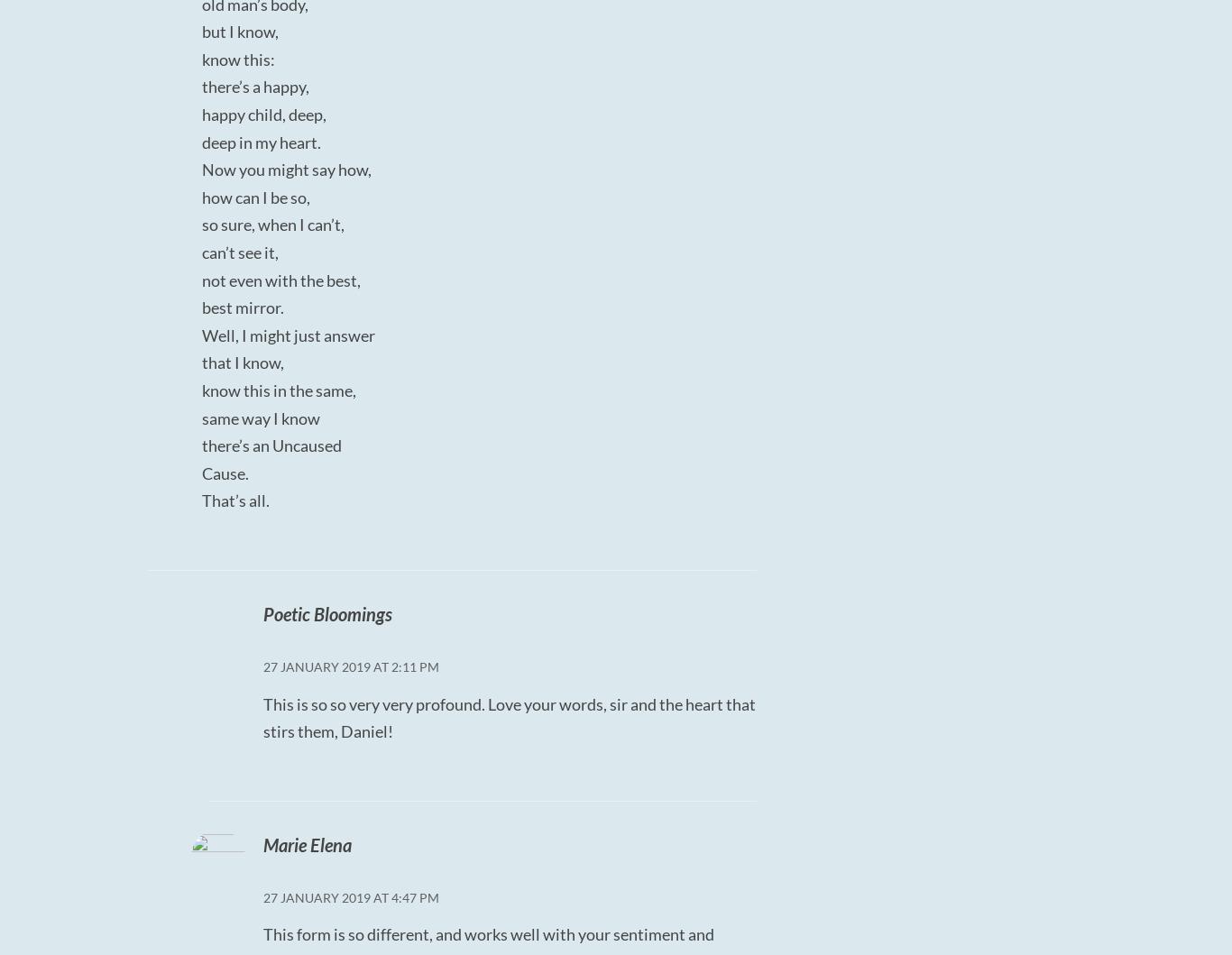  Describe the element at coordinates (255, 87) in the screenshot. I see `'there’s a happy,'` at that location.